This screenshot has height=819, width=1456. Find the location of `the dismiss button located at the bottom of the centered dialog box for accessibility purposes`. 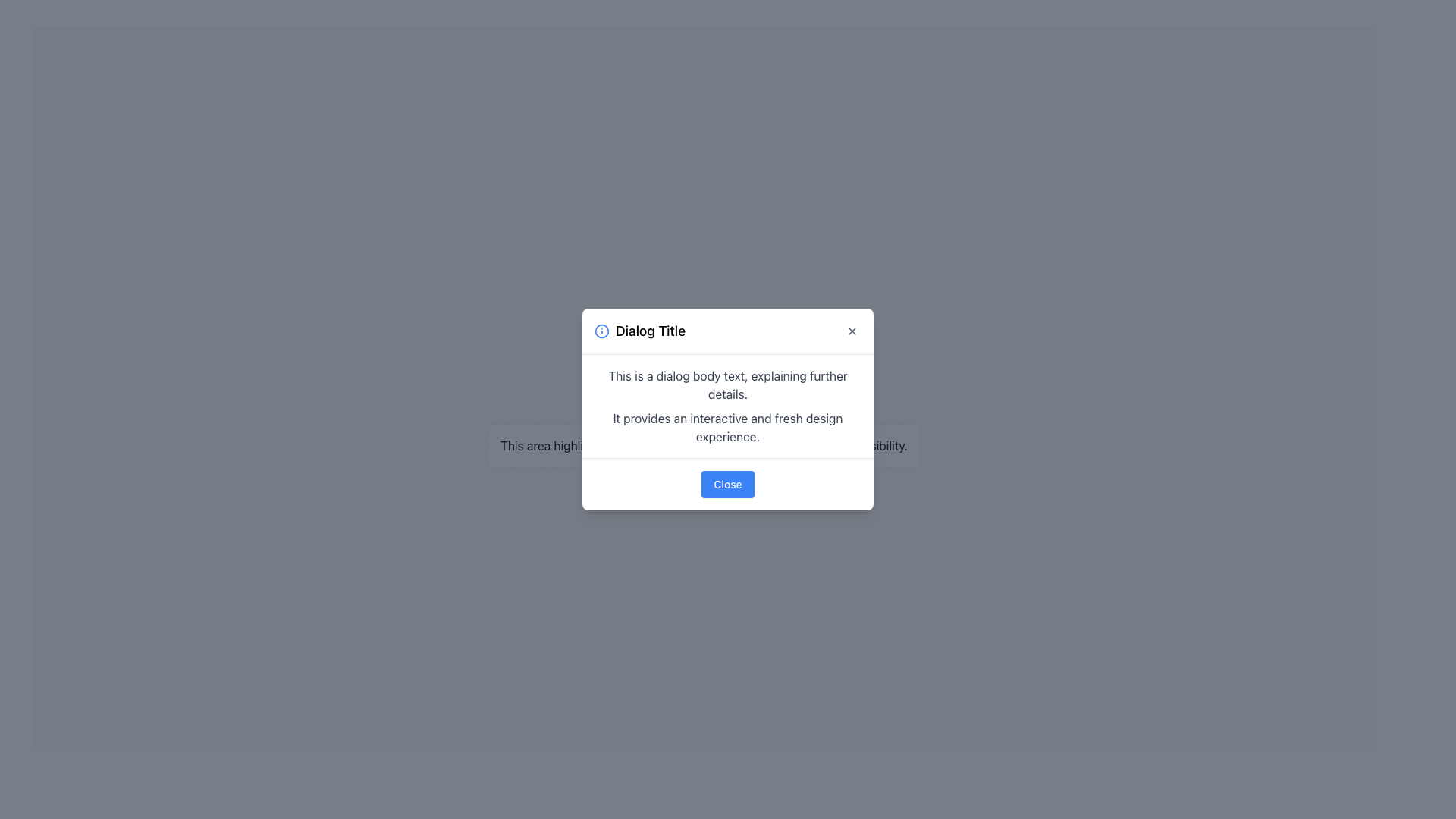

the dismiss button located at the bottom of the centered dialog box for accessibility purposes is located at coordinates (728, 483).